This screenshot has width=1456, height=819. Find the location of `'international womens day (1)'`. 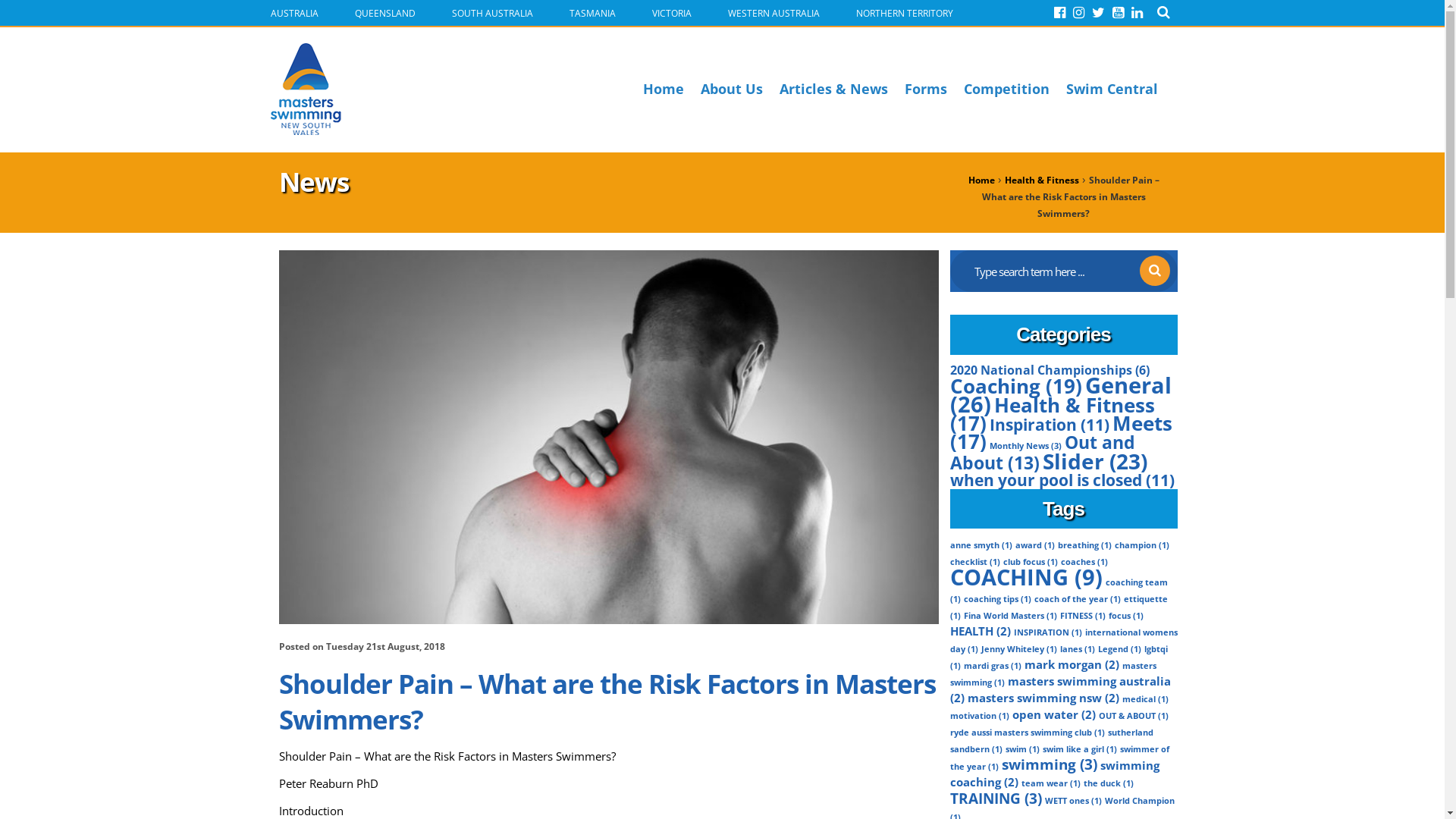

'international womens day (1)' is located at coordinates (1062, 640).